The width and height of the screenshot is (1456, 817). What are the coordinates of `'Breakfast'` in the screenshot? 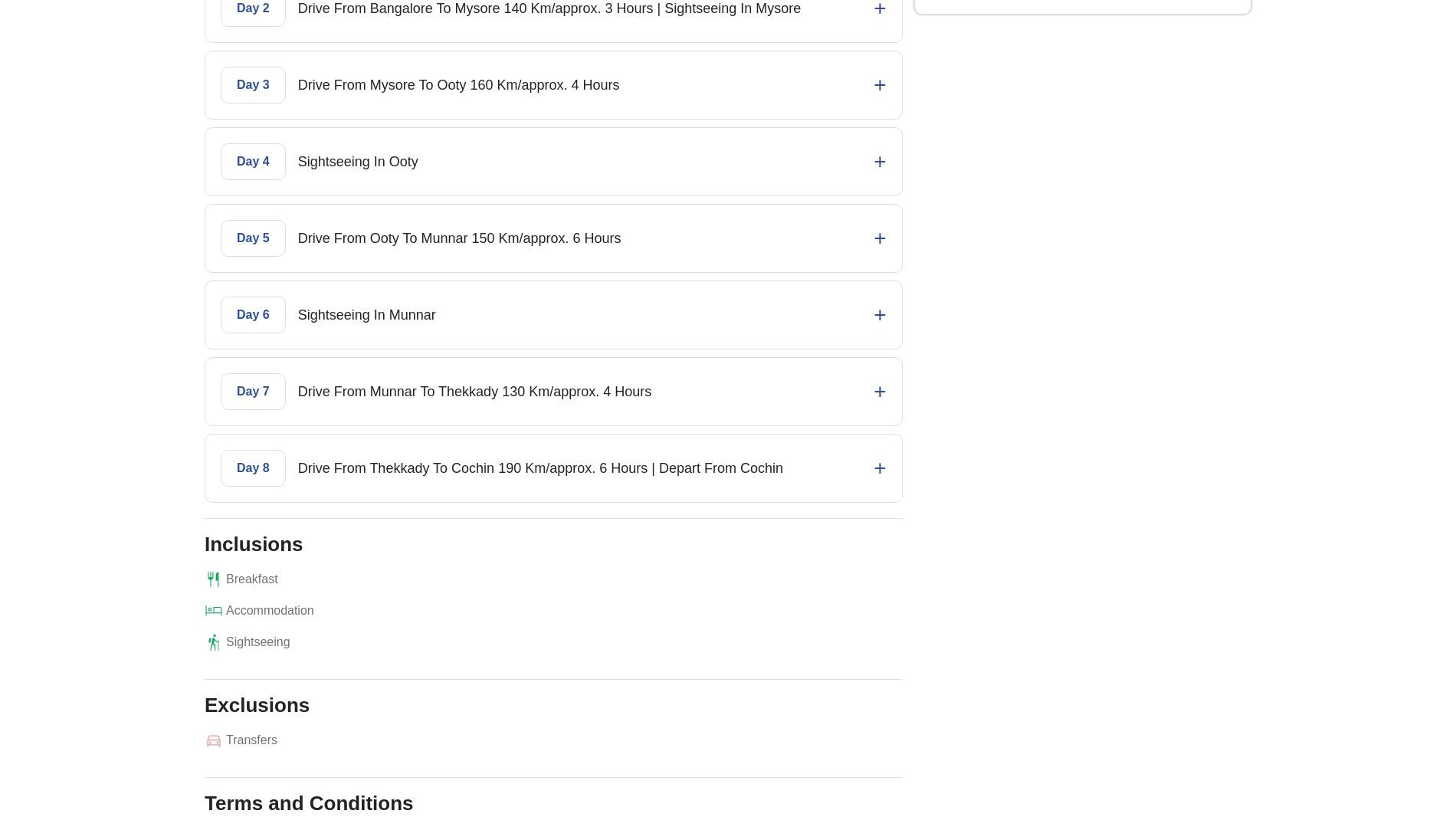 It's located at (251, 578).